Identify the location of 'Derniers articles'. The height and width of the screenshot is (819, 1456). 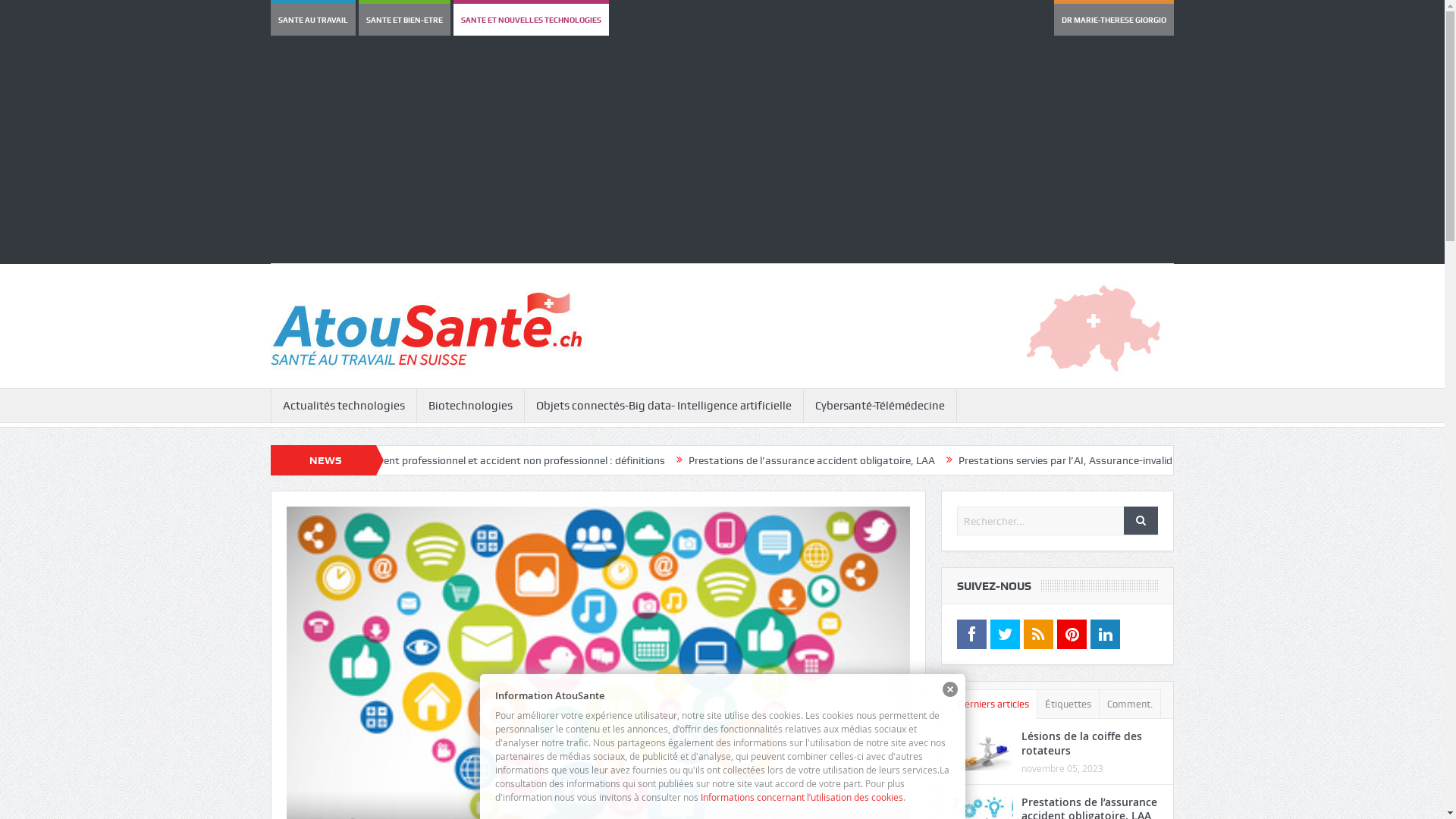
(993, 704).